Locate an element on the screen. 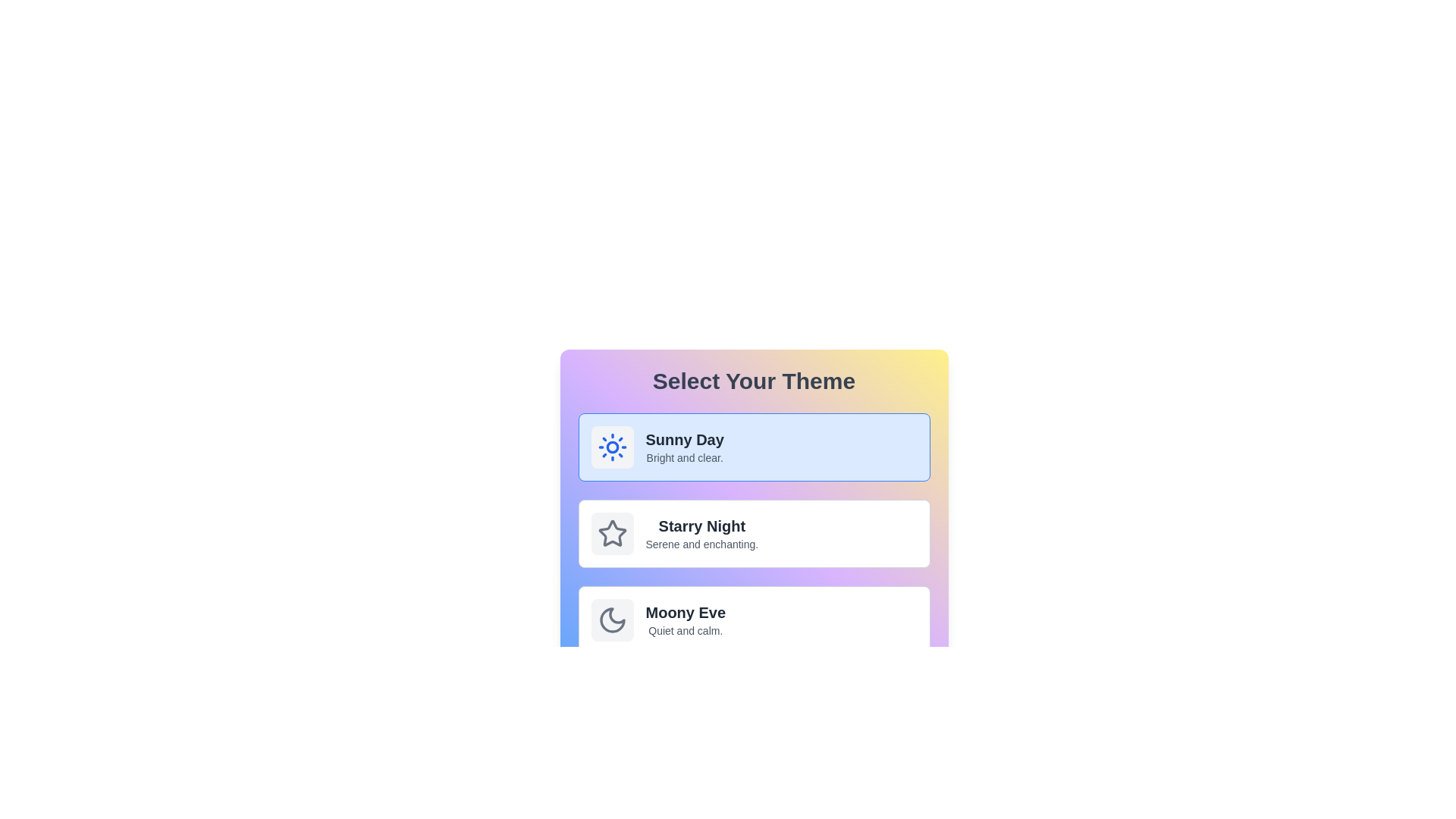 The image size is (1456, 819). the sun-shaped icon with rays extending outward, styled with a blue color scheme, located at the beginning of the list of themes within the 'Sunny Day' card is located at coordinates (612, 447).